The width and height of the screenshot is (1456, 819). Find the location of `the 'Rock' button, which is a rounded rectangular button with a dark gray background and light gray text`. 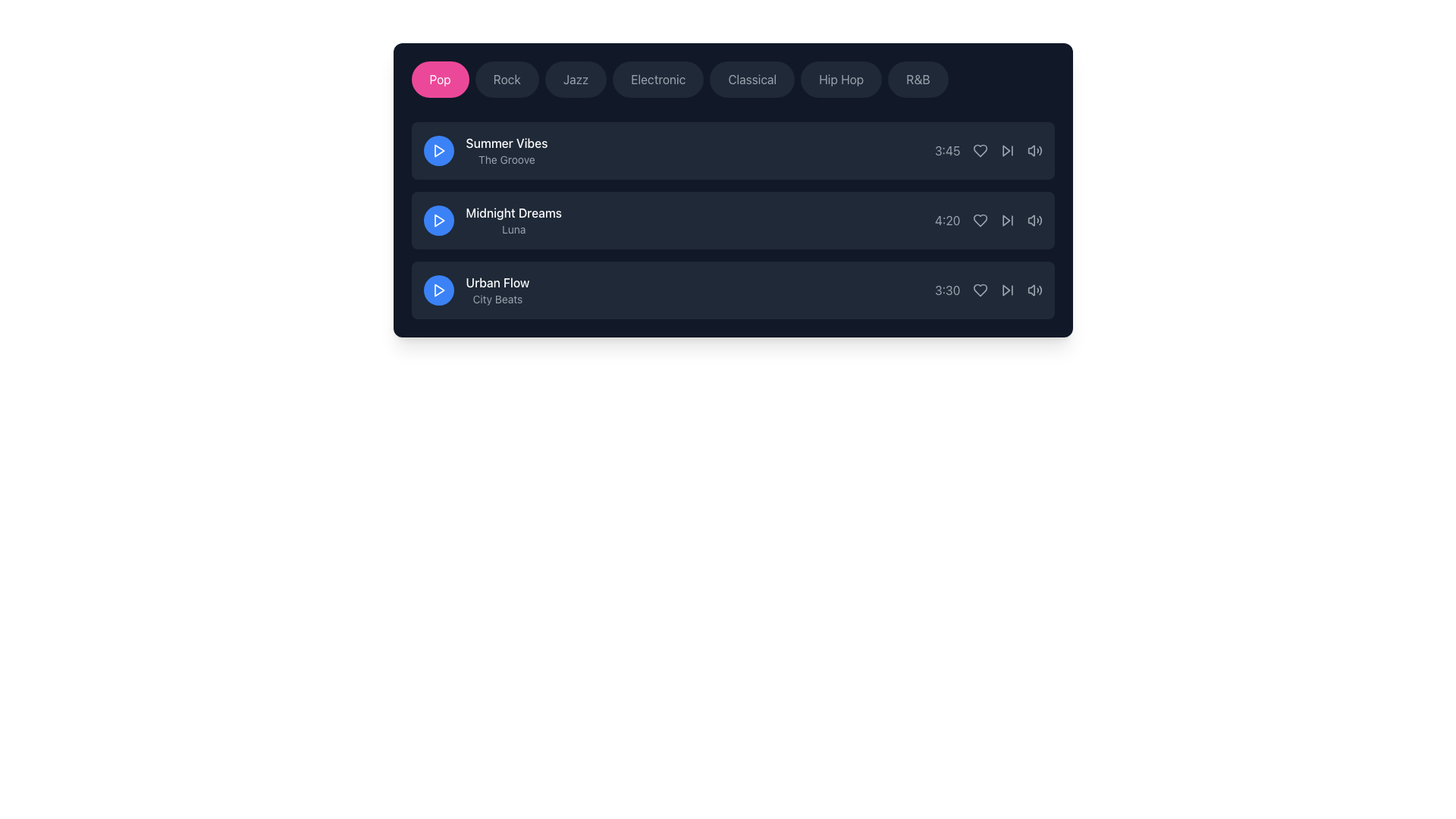

the 'Rock' button, which is a rounded rectangular button with a dark gray background and light gray text is located at coordinates (507, 79).